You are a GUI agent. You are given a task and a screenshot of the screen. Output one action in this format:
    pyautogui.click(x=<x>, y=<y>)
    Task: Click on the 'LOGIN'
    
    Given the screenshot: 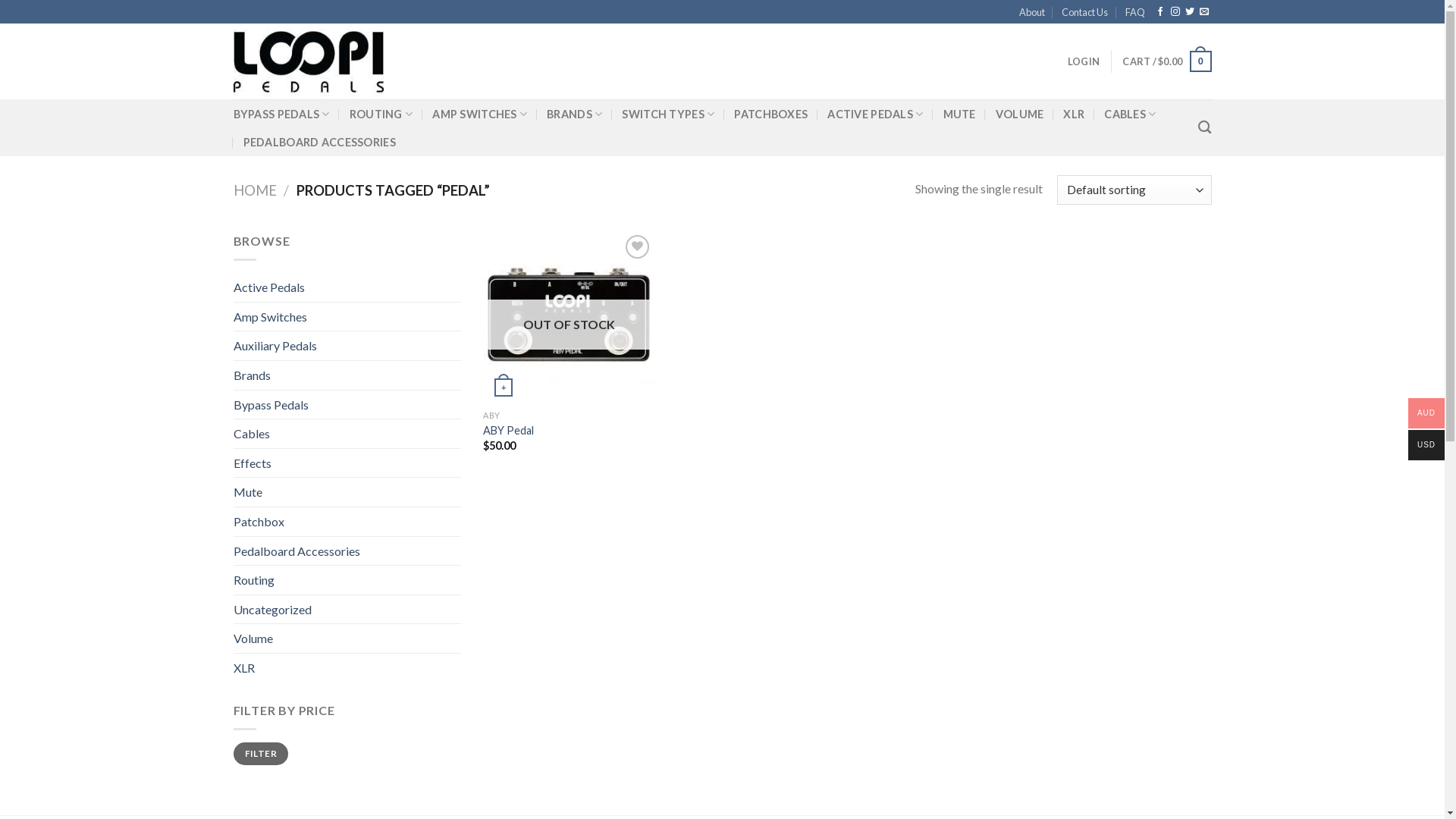 What is the action you would take?
    pyautogui.click(x=1083, y=61)
    